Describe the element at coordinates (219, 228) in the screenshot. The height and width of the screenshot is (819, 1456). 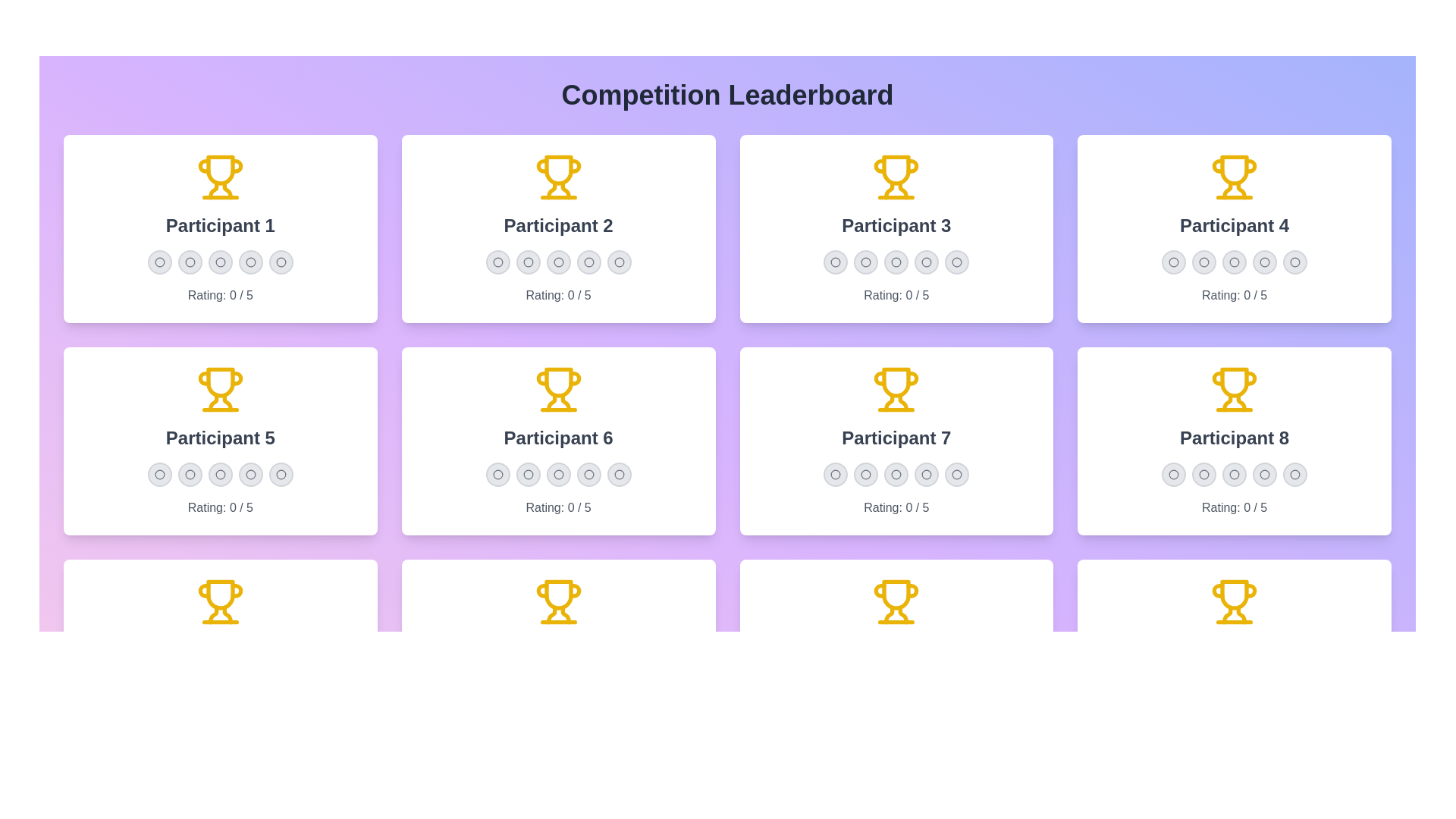
I see `the card of Participant 1 to observe the visual scale effect` at that location.